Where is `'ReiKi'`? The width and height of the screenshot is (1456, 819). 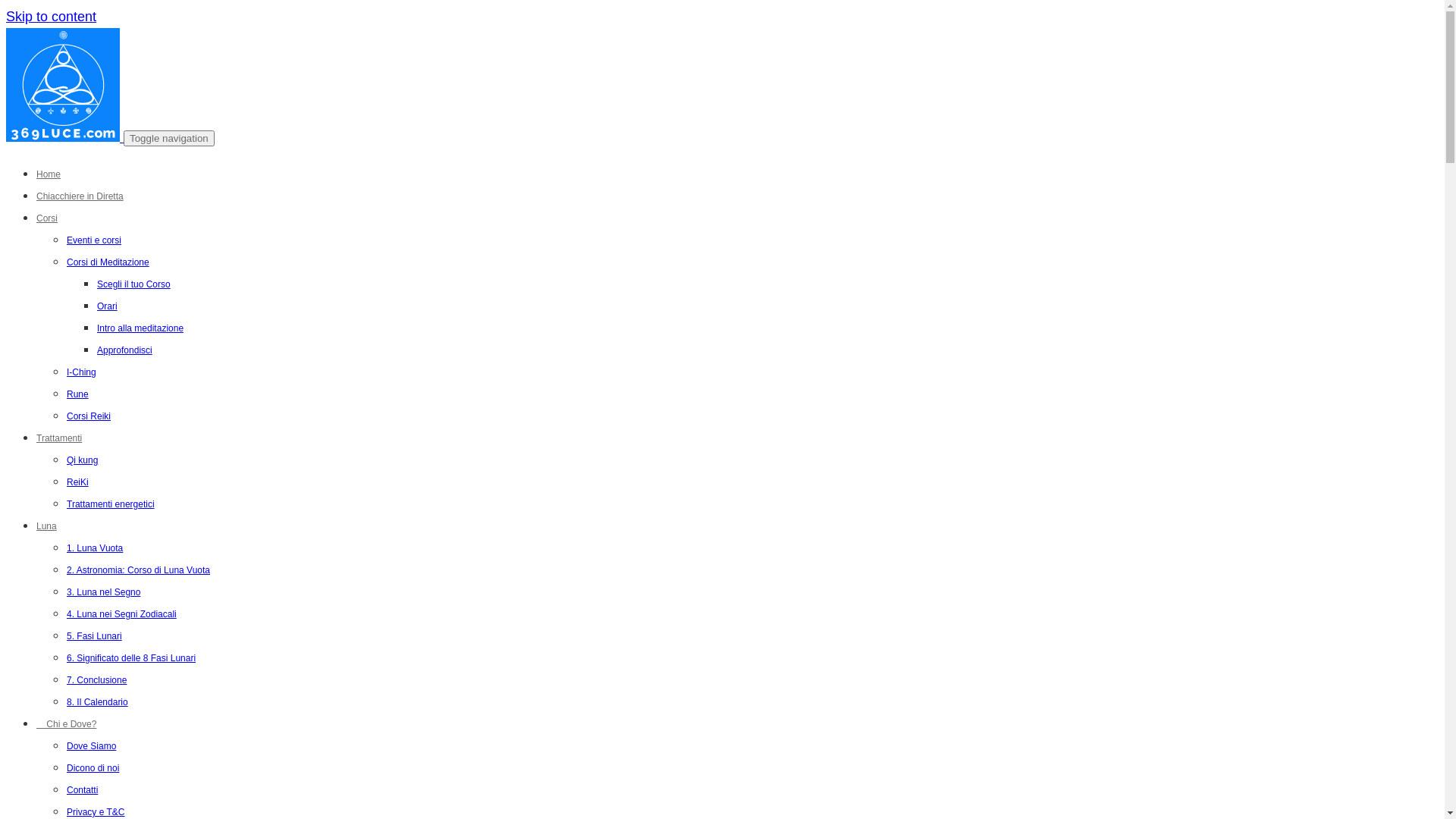 'ReiKi' is located at coordinates (77, 482).